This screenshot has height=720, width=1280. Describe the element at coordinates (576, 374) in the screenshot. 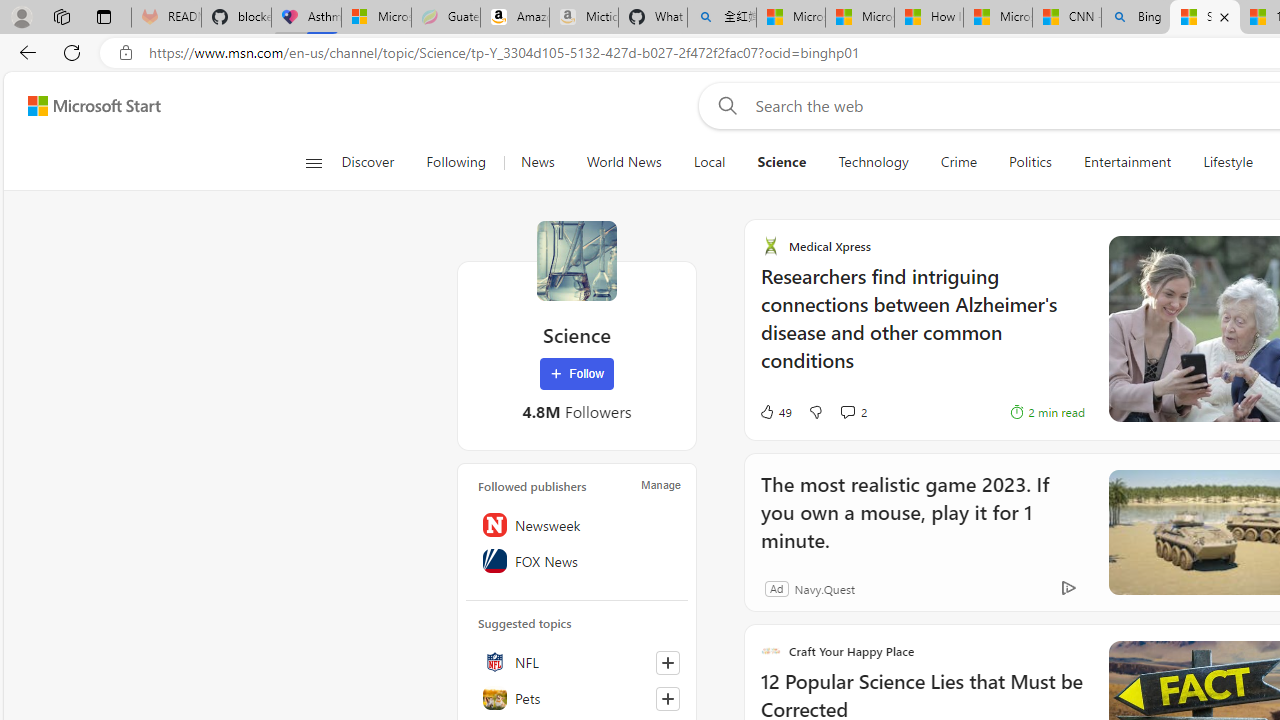

I see `'Follow'` at that location.